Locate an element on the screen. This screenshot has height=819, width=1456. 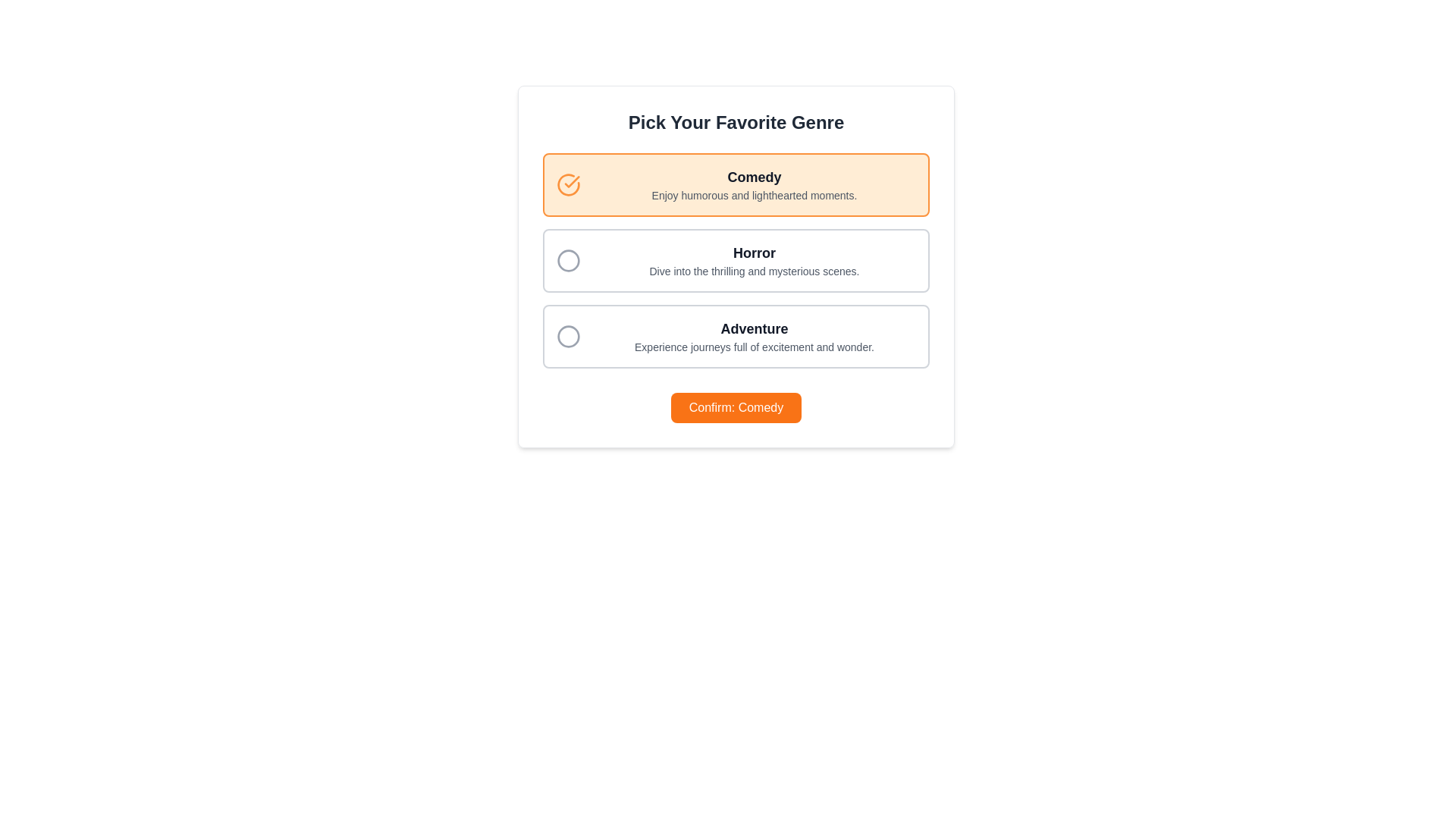
the rectangular button labeled 'Confirm: Comedy' with a bright orange background to observe a visual change is located at coordinates (736, 406).